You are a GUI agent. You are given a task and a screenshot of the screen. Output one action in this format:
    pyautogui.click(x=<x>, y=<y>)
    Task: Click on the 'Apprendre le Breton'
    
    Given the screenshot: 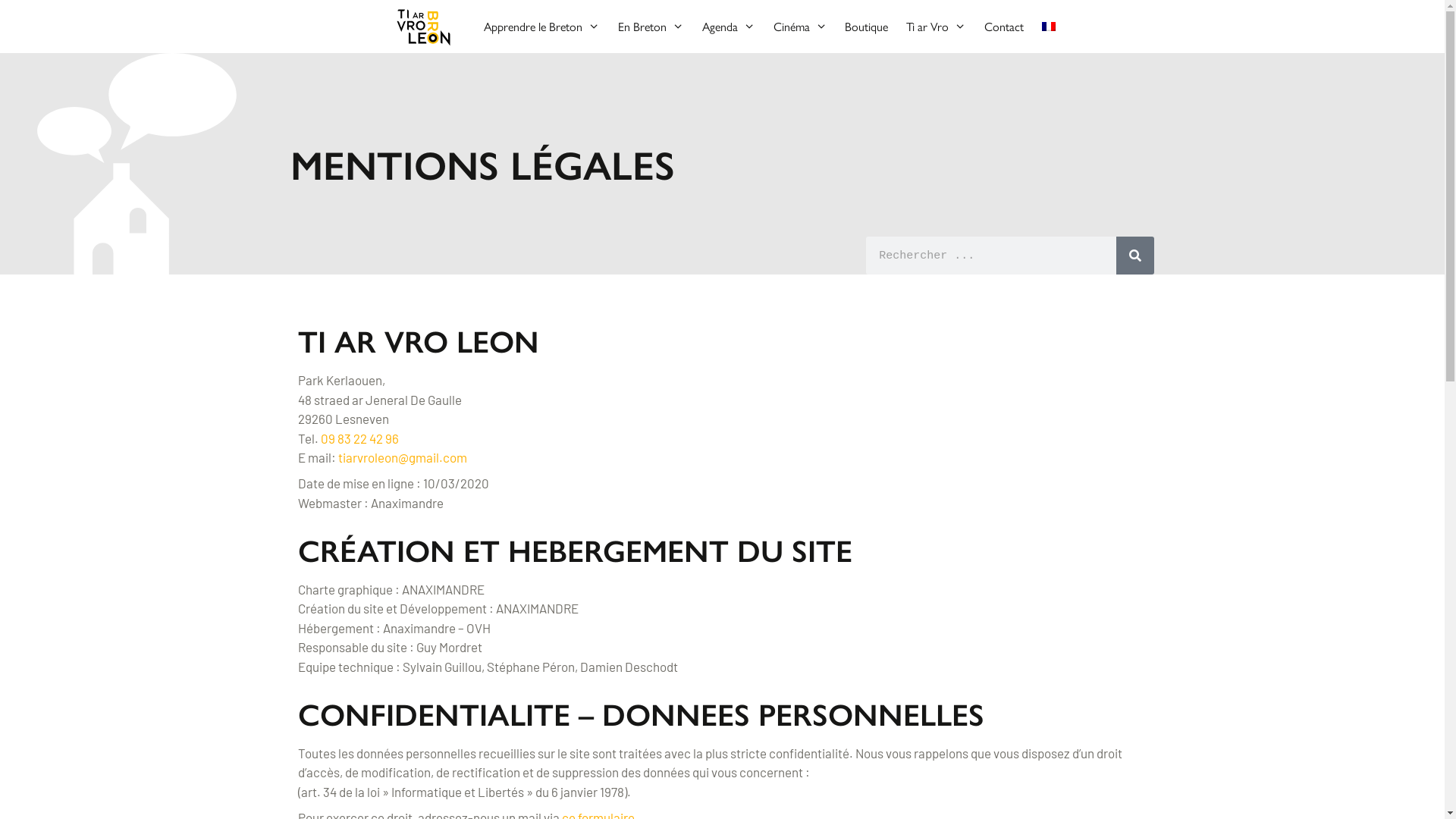 What is the action you would take?
    pyautogui.click(x=541, y=26)
    